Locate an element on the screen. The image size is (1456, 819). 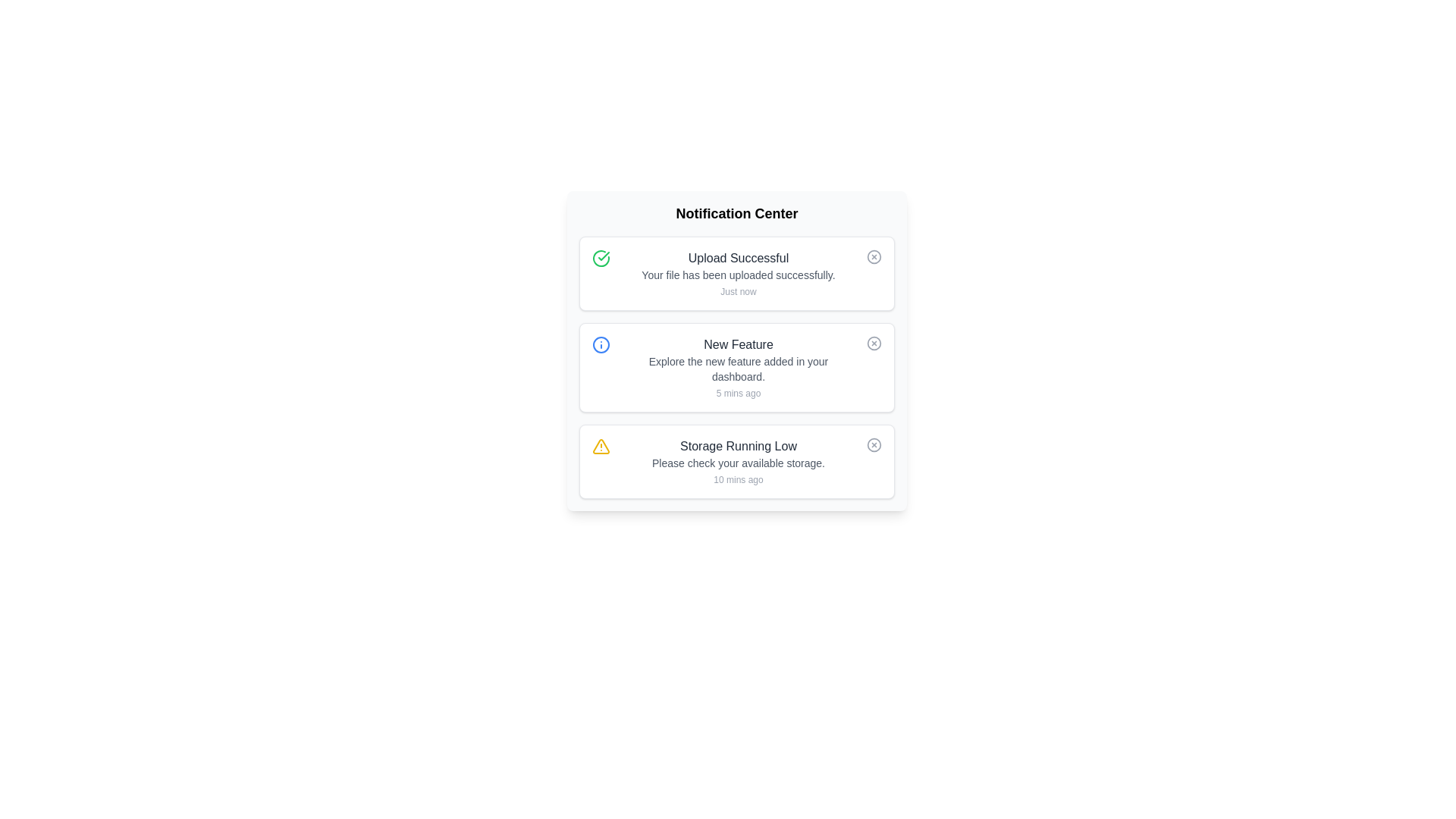
the Circle SVG element that serves as a 'close' or 'dismiss' button for notifications located to the right of the 'New Feature' notification text in the Notification Center is located at coordinates (874, 343).